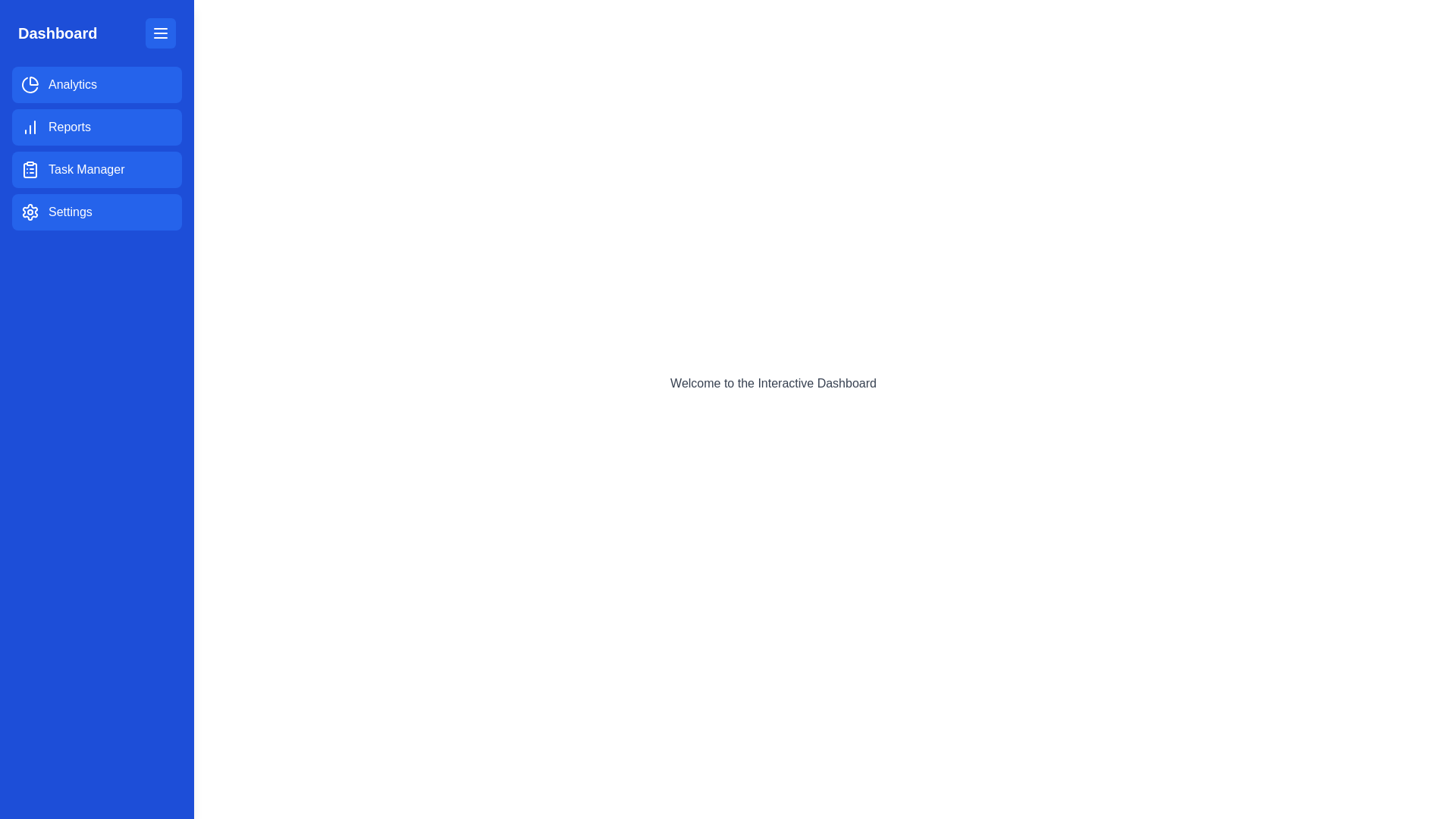  What do you see at coordinates (96, 84) in the screenshot?
I see `the menu item labeled Analytics in the drawer` at bounding box center [96, 84].